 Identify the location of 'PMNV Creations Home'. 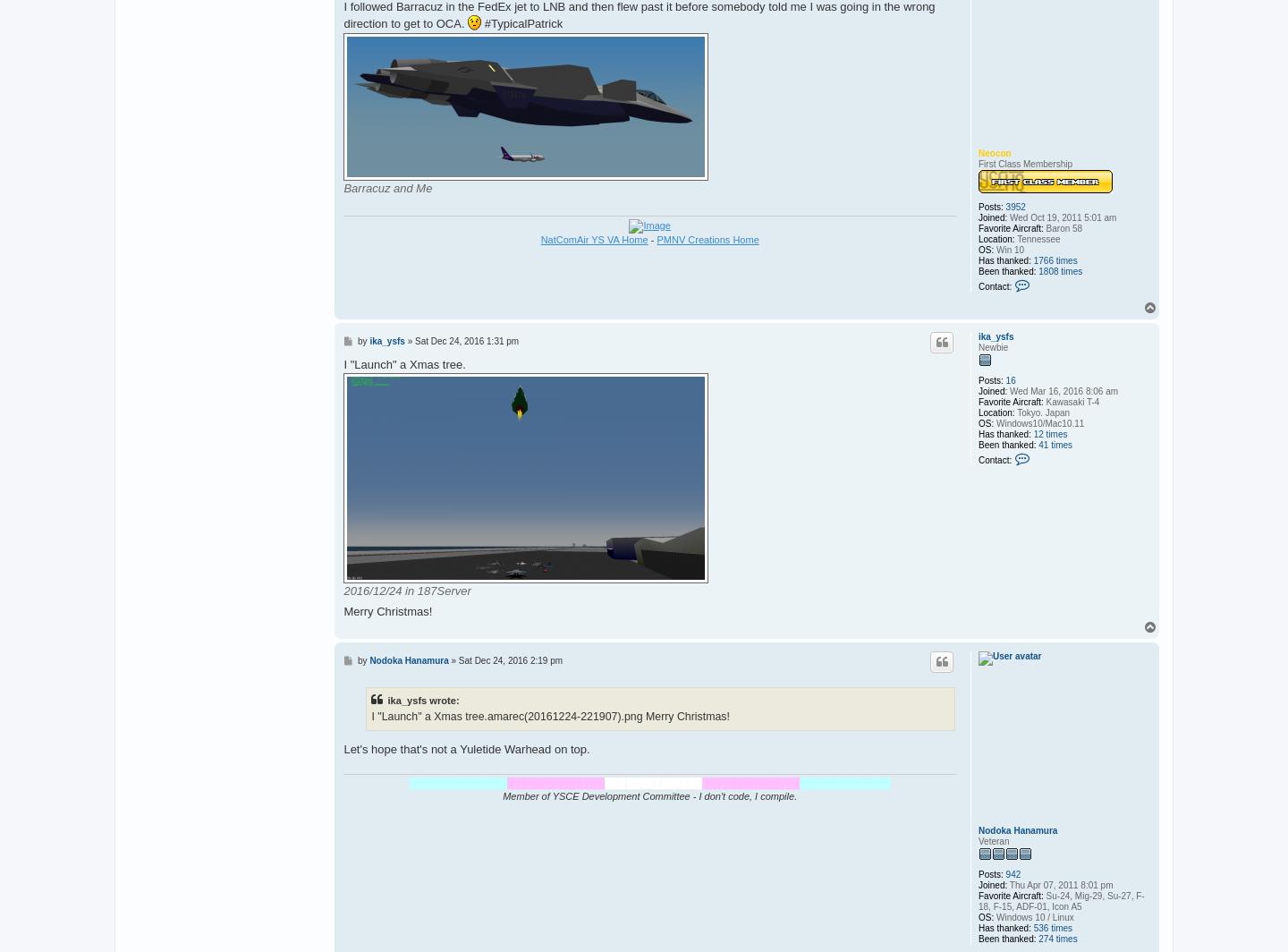
(655, 238).